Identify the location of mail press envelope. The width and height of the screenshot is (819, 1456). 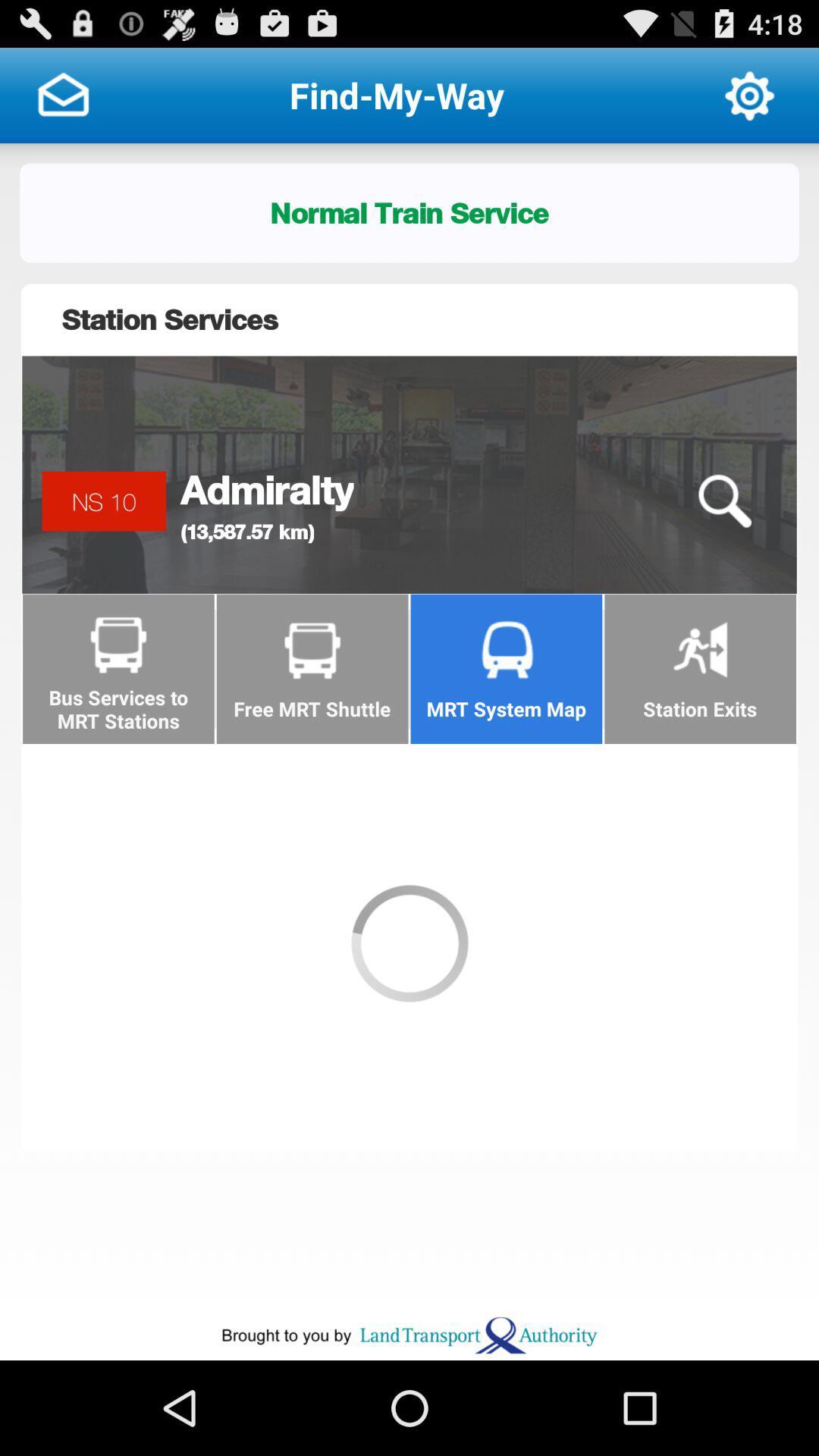
(62, 94).